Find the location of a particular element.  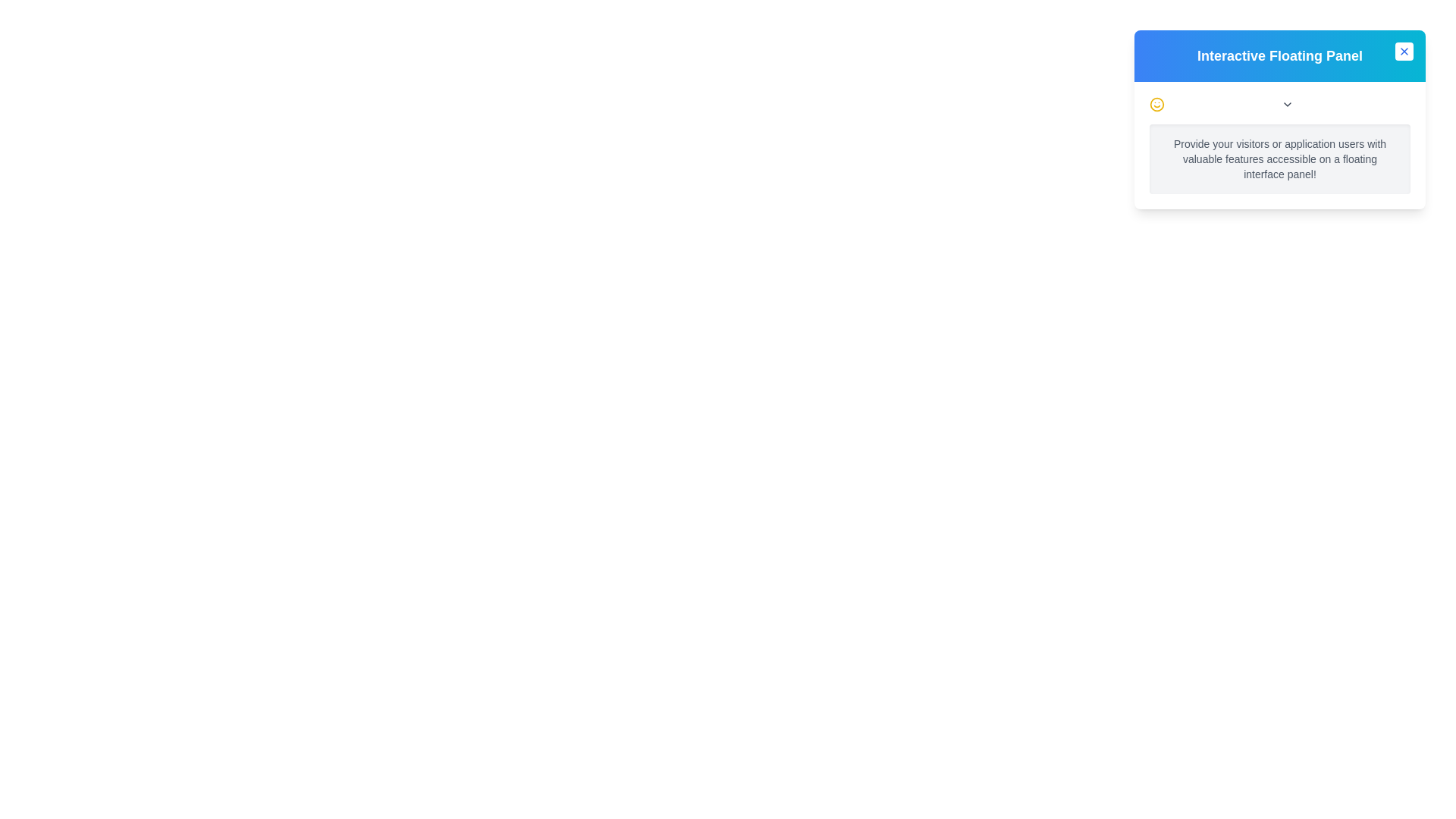

the downward arrow icon of the Dropdown toggle button located in the top-right corner of the floating panel is located at coordinates (1287, 104).